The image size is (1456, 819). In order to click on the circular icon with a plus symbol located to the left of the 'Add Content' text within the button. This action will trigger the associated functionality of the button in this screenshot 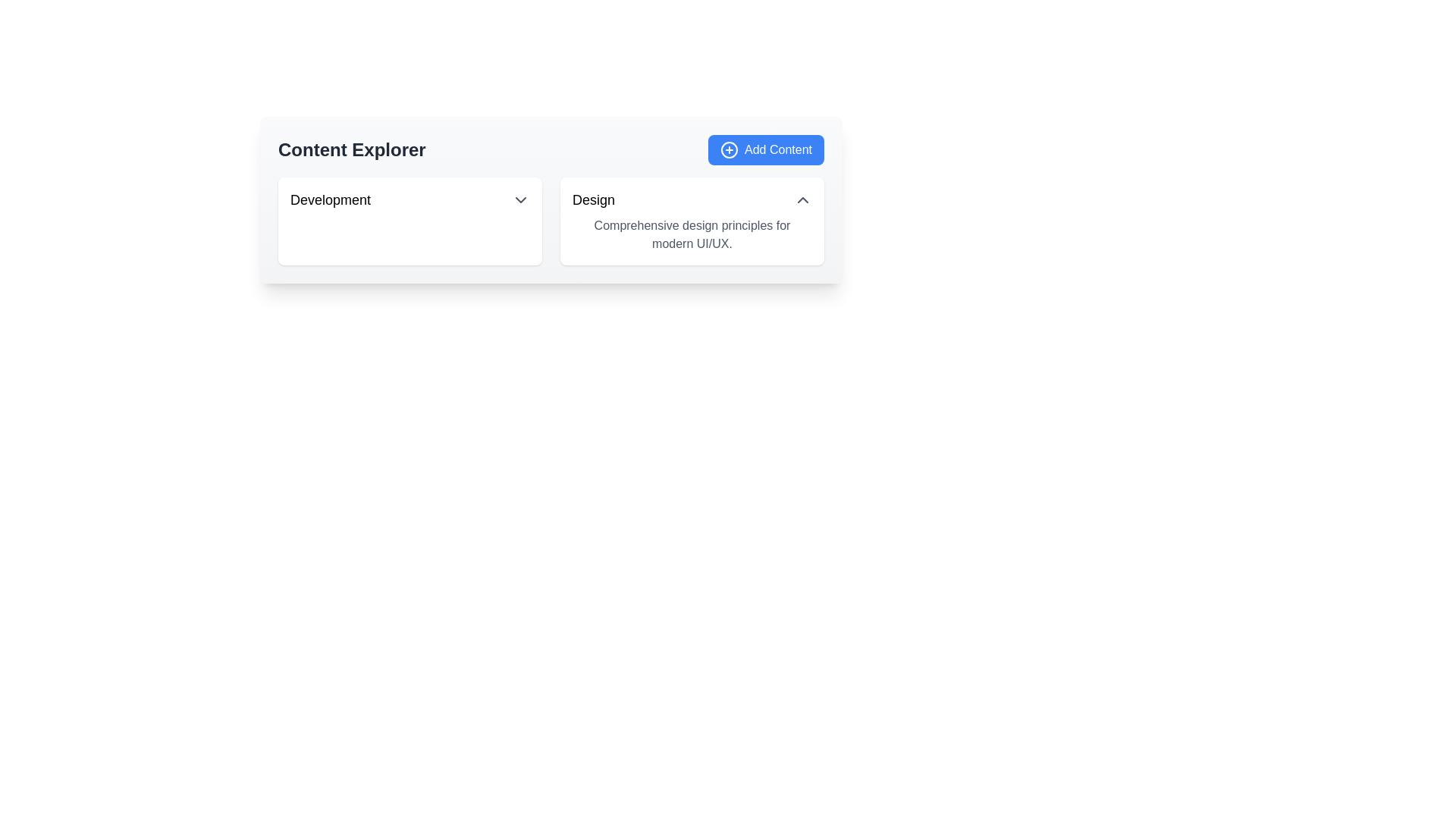, I will do `click(730, 149)`.